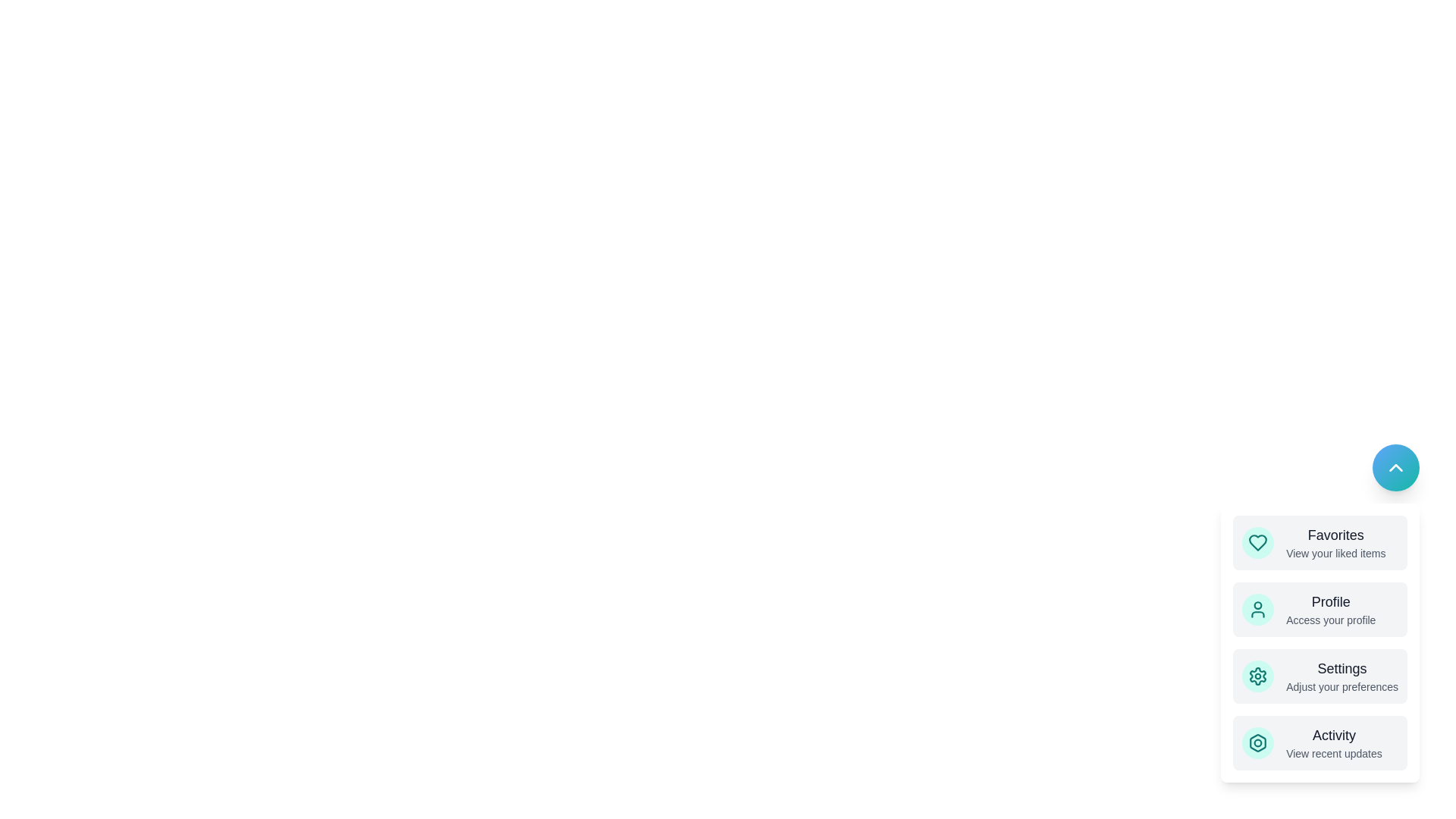 This screenshot has width=1456, height=819. I want to click on the menu option labeled Settings, so click(1319, 675).